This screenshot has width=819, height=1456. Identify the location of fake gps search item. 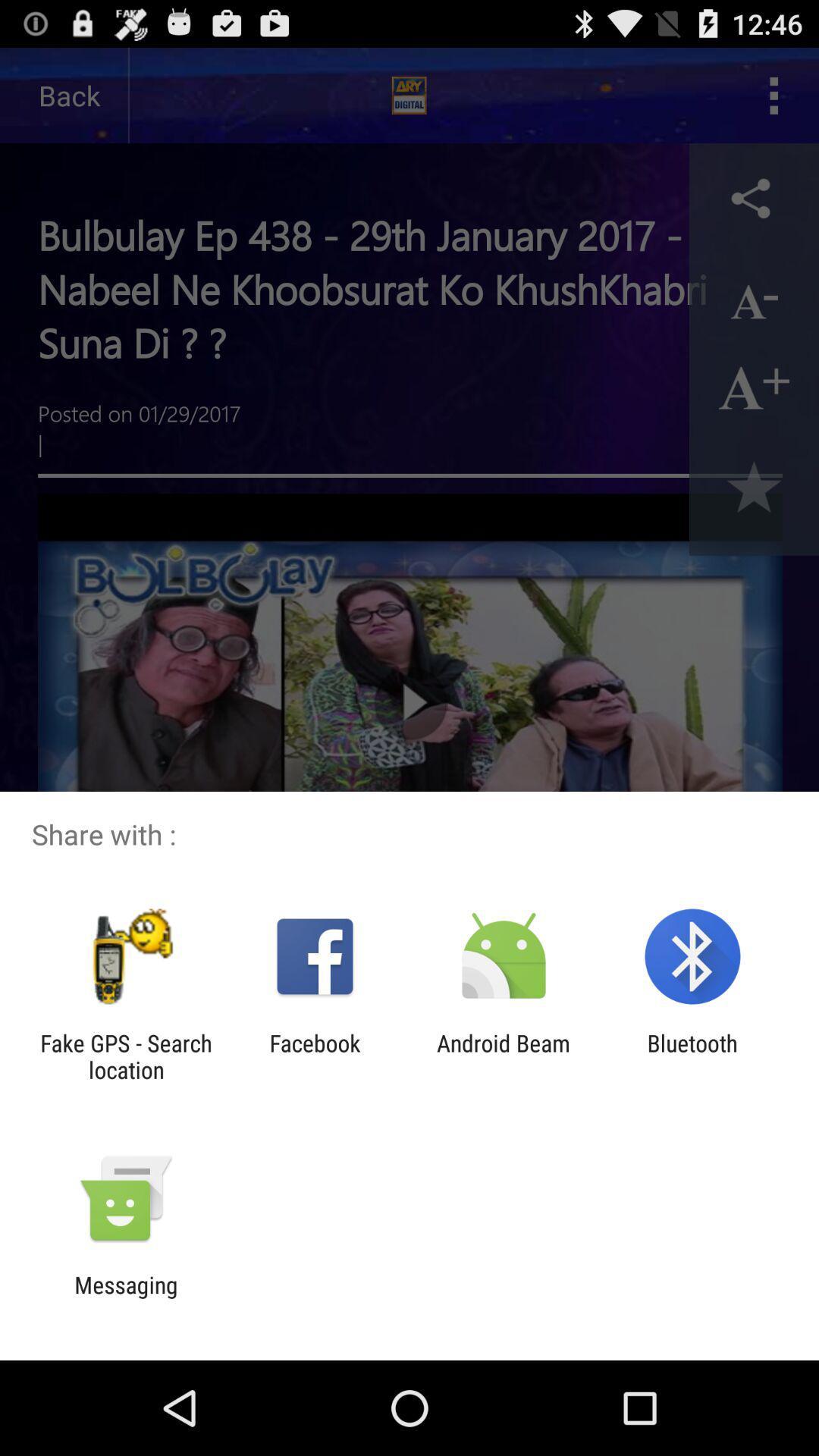
(125, 1056).